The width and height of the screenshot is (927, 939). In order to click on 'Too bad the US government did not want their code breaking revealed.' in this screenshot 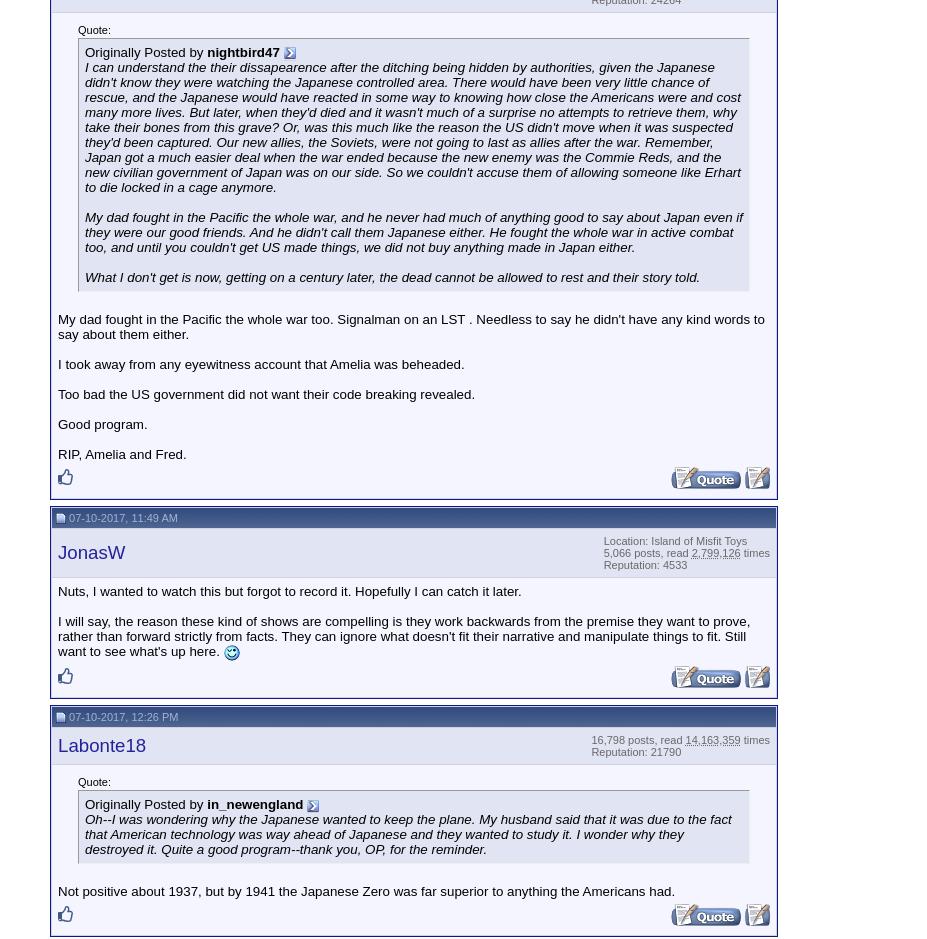, I will do `click(266, 393)`.